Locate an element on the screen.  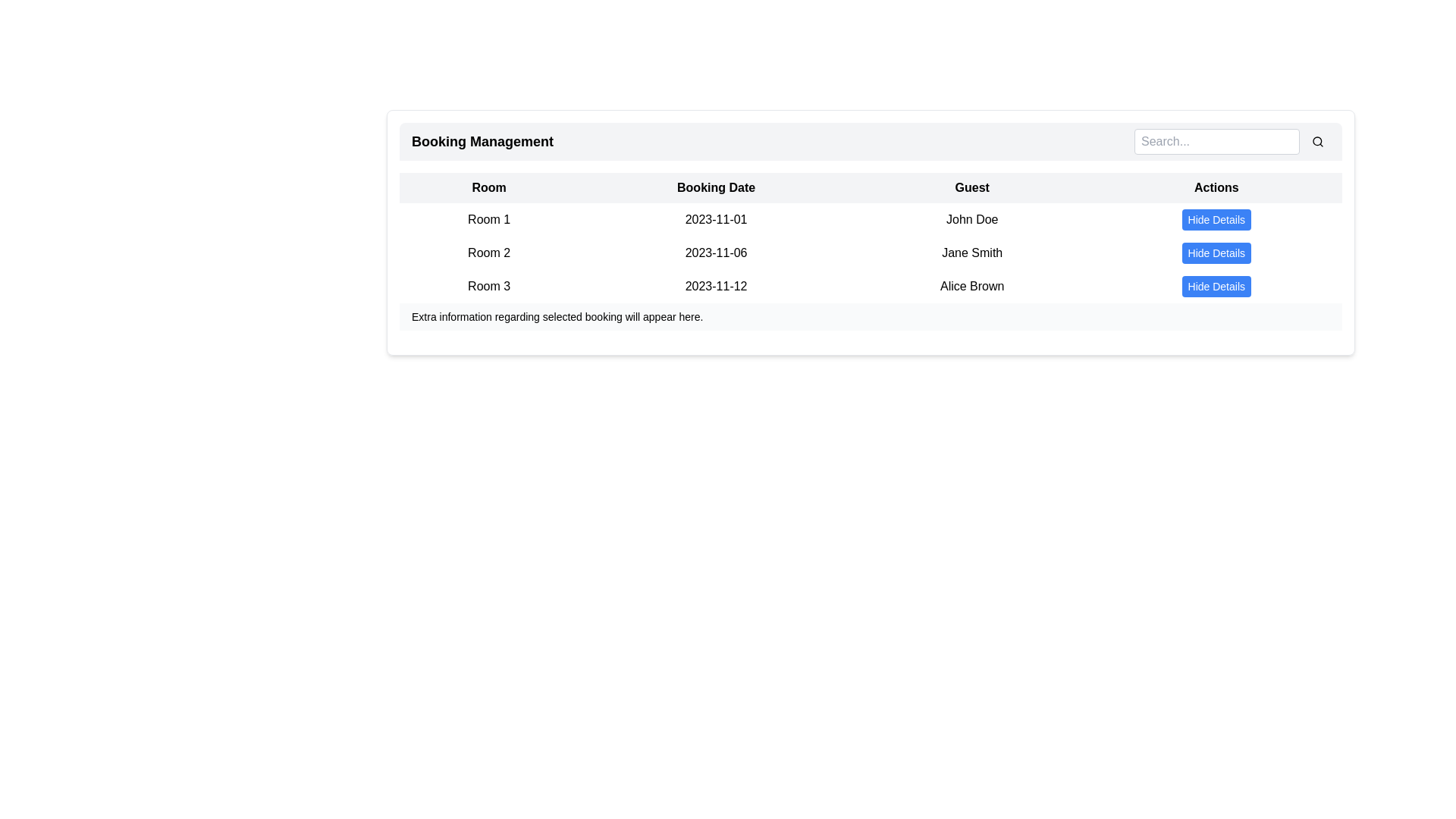
the text label 'Jane Smith' located in the 'Guest' column of the second row of the table is located at coordinates (972, 253).